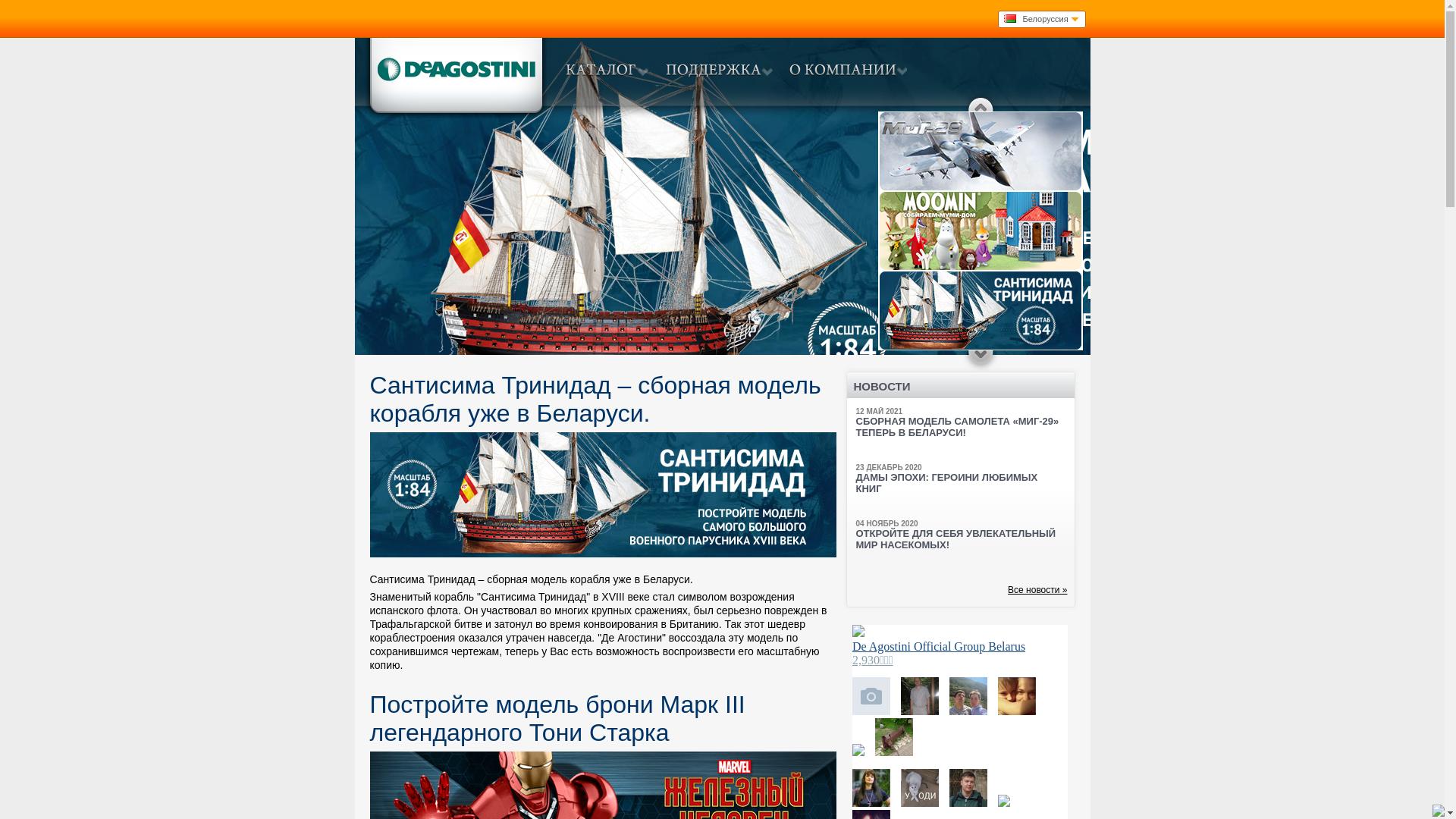 The image size is (1456, 819). What do you see at coordinates (980, 359) in the screenshot?
I see `'Scroll down'` at bounding box center [980, 359].